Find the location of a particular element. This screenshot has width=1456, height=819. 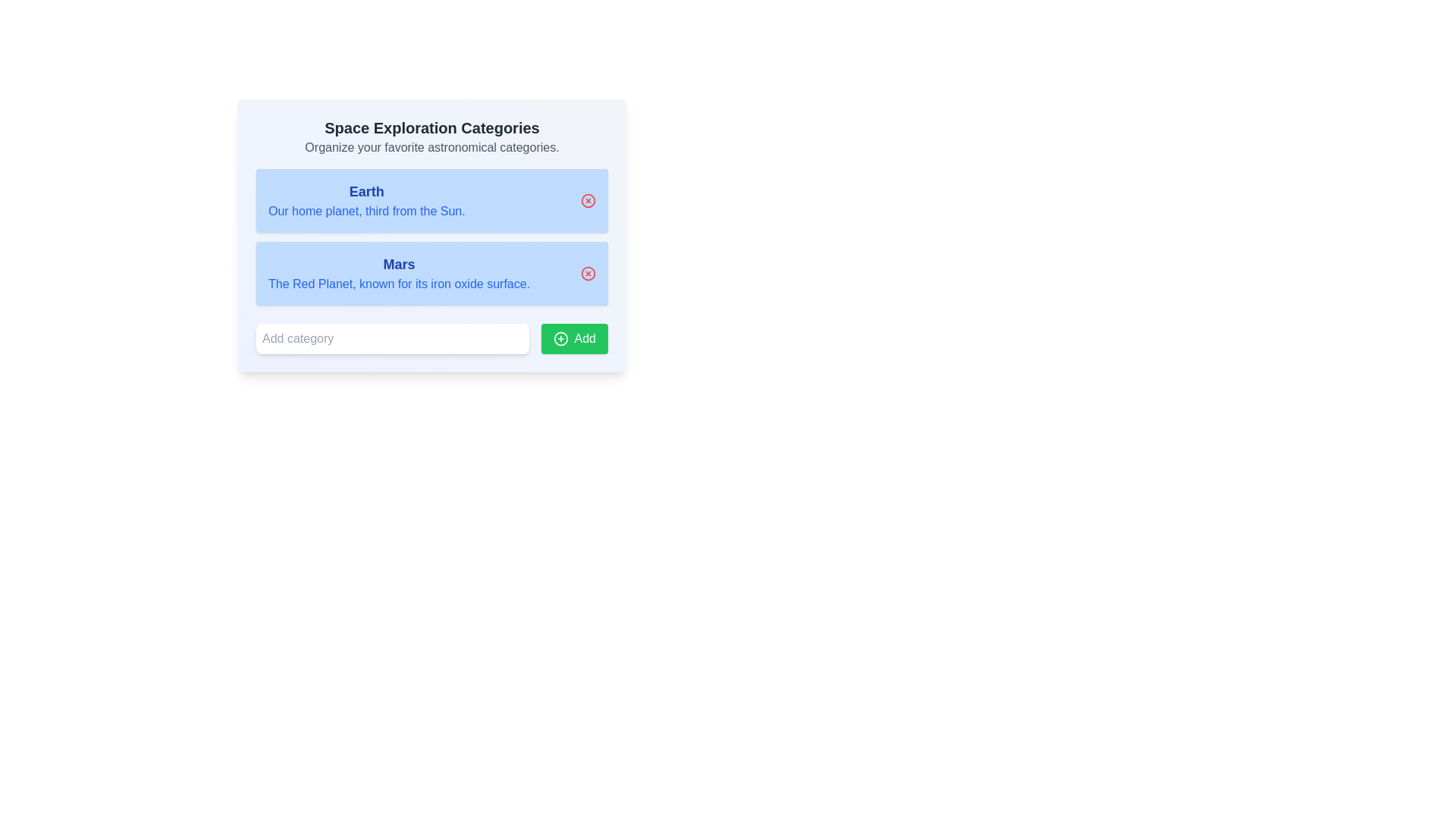

information display about the category 'Mars', which is the second element in a vertical list below 'Earth' within a light blue card is located at coordinates (399, 274).